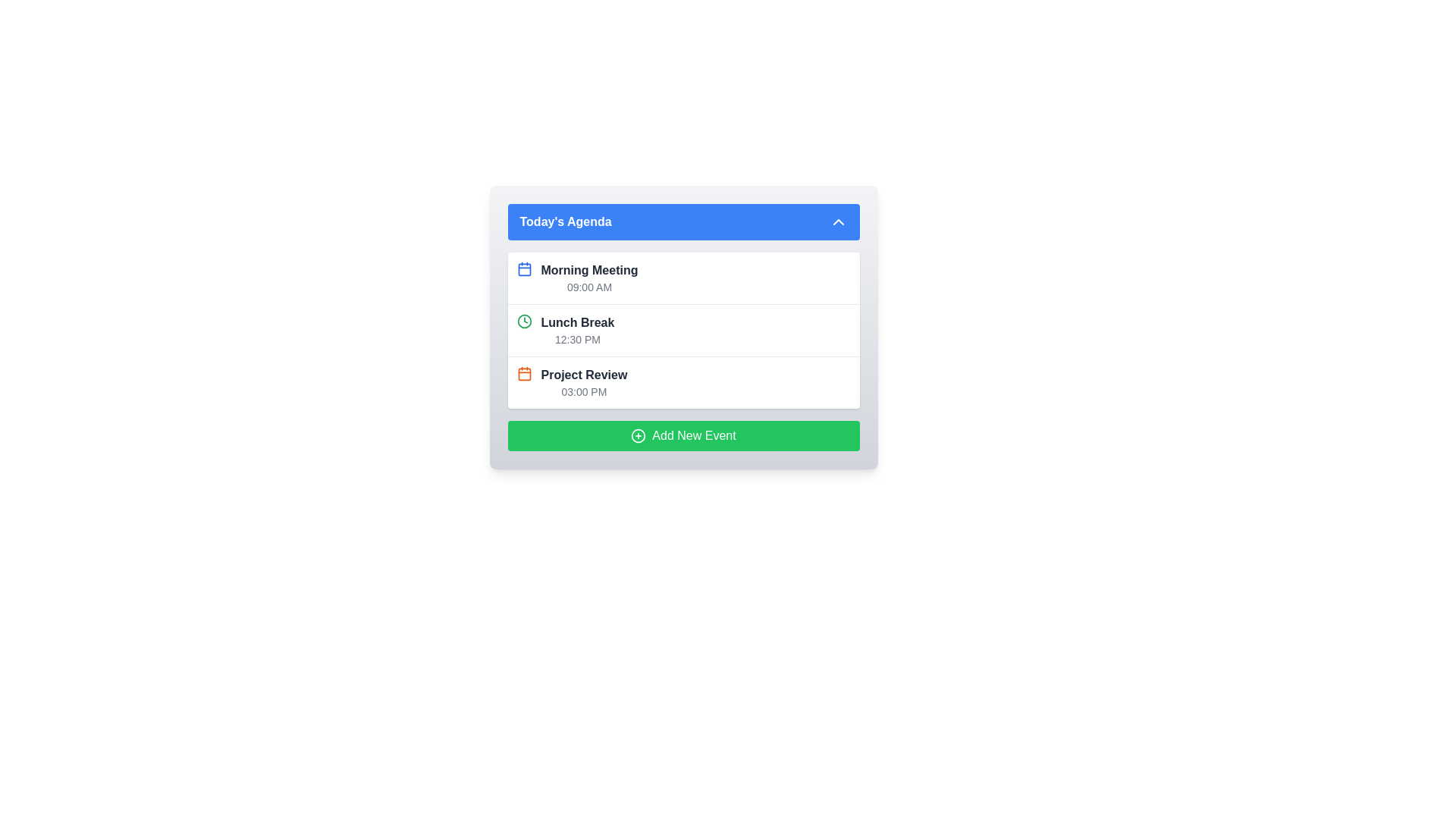 Image resolution: width=1456 pixels, height=819 pixels. I want to click on the text label displaying the title of the event scheduled for '09:00 AM' in 'Today's Agenda', so click(588, 270).